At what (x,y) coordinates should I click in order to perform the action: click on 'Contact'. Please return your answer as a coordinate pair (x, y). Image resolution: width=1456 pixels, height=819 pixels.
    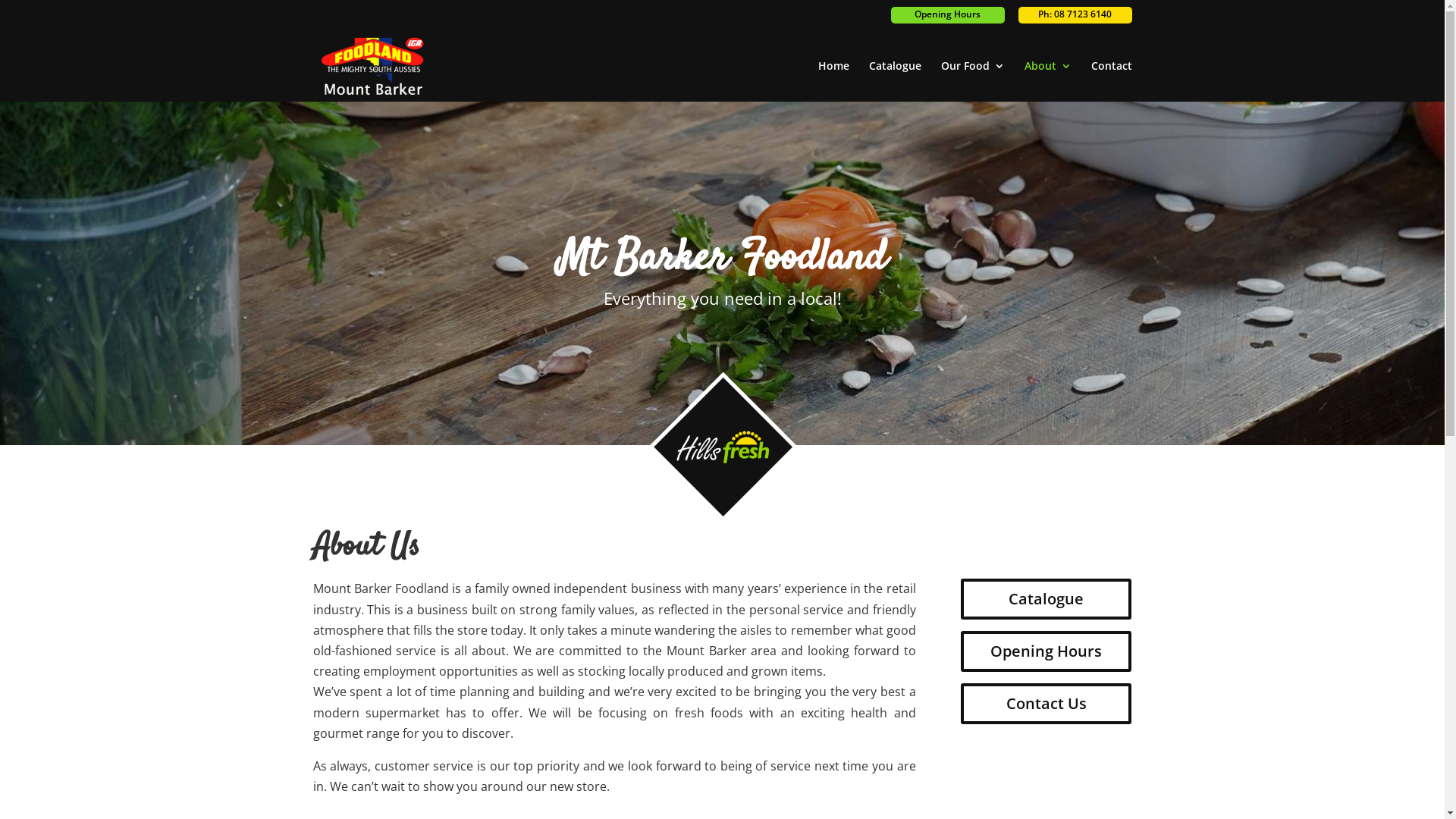
    Looking at the image, I should click on (1110, 81).